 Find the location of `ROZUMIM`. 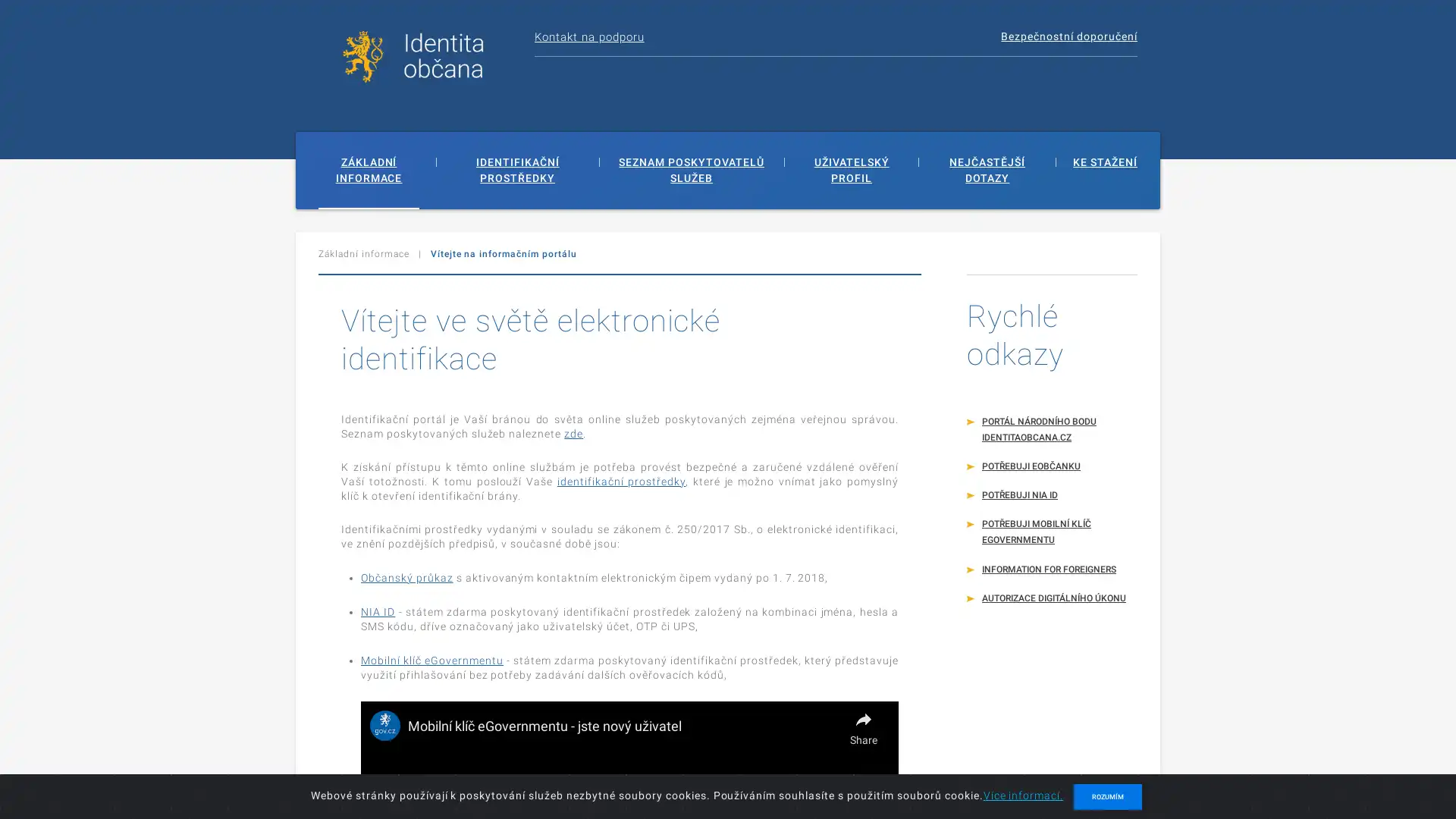

ROZUMIM is located at coordinates (1107, 795).